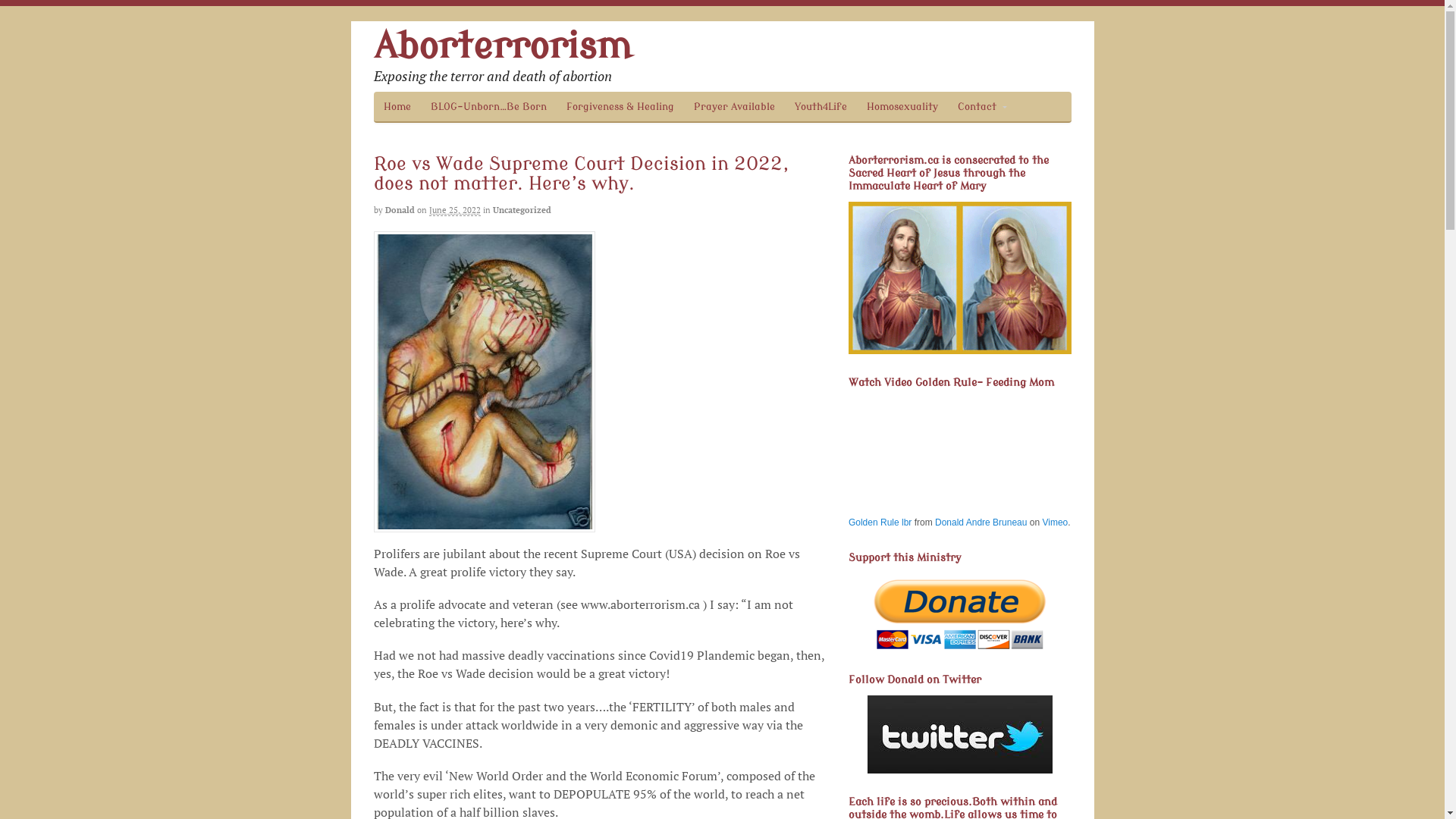  I want to click on 'Forgiveness & Healing', so click(620, 105).